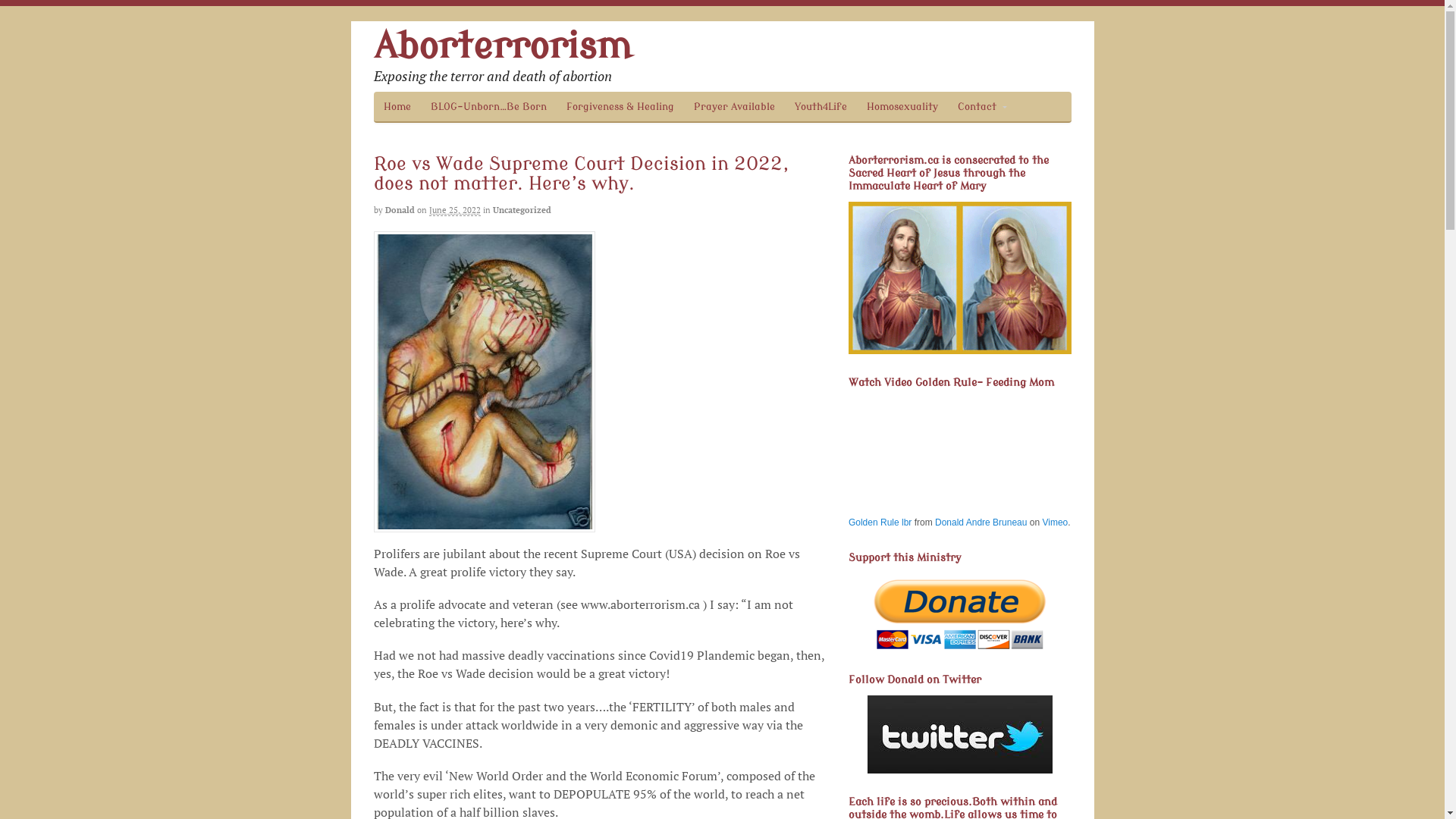  I want to click on 'Forgiveness & Healing', so click(620, 105).